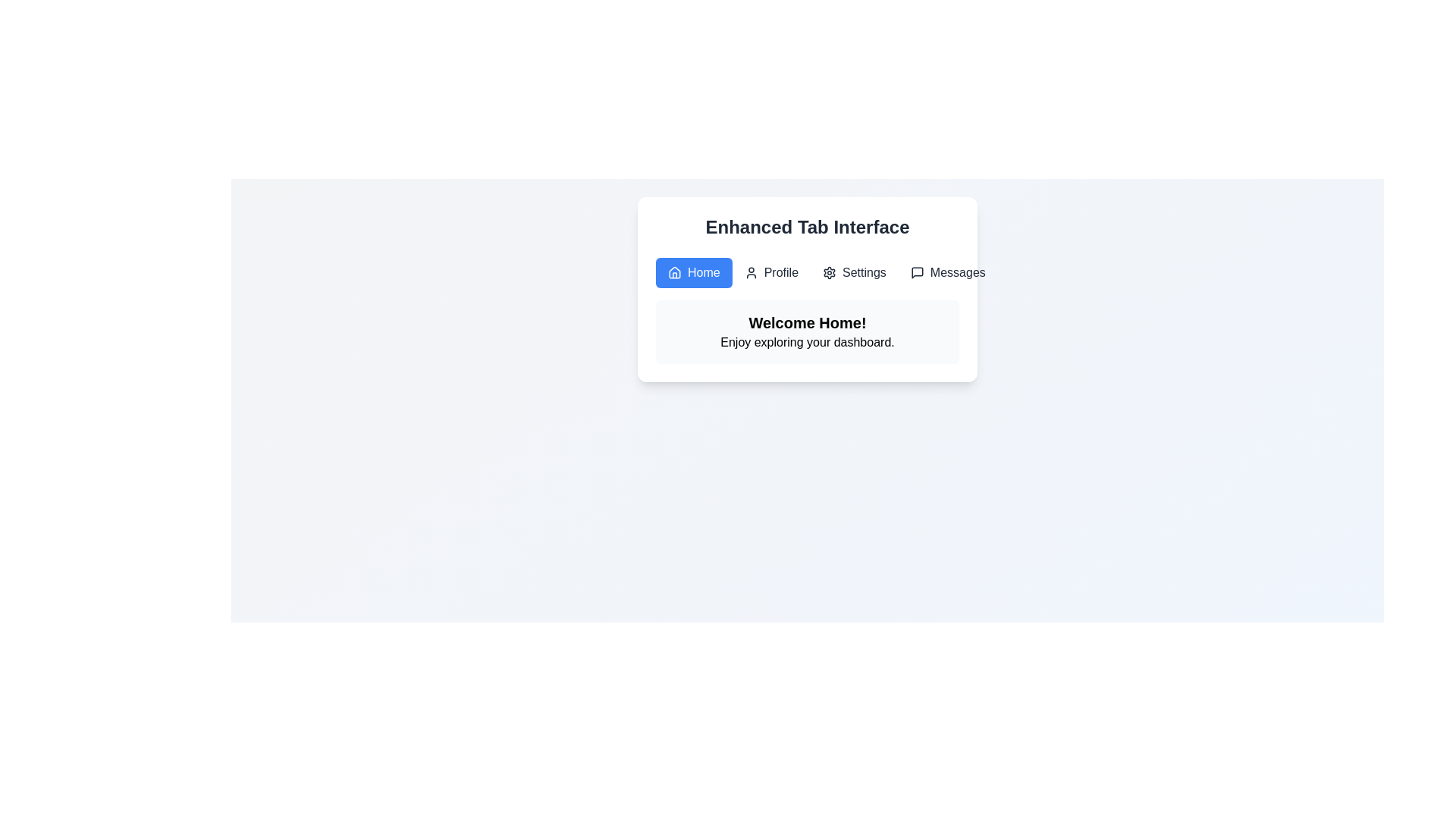 The height and width of the screenshot is (819, 1456). I want to click on the text display area that presents information to the user, which features the text 'Welcome Home!' and 'Enjoy exploring your dashboard.', located below the tab navigation, so click(807, 331).